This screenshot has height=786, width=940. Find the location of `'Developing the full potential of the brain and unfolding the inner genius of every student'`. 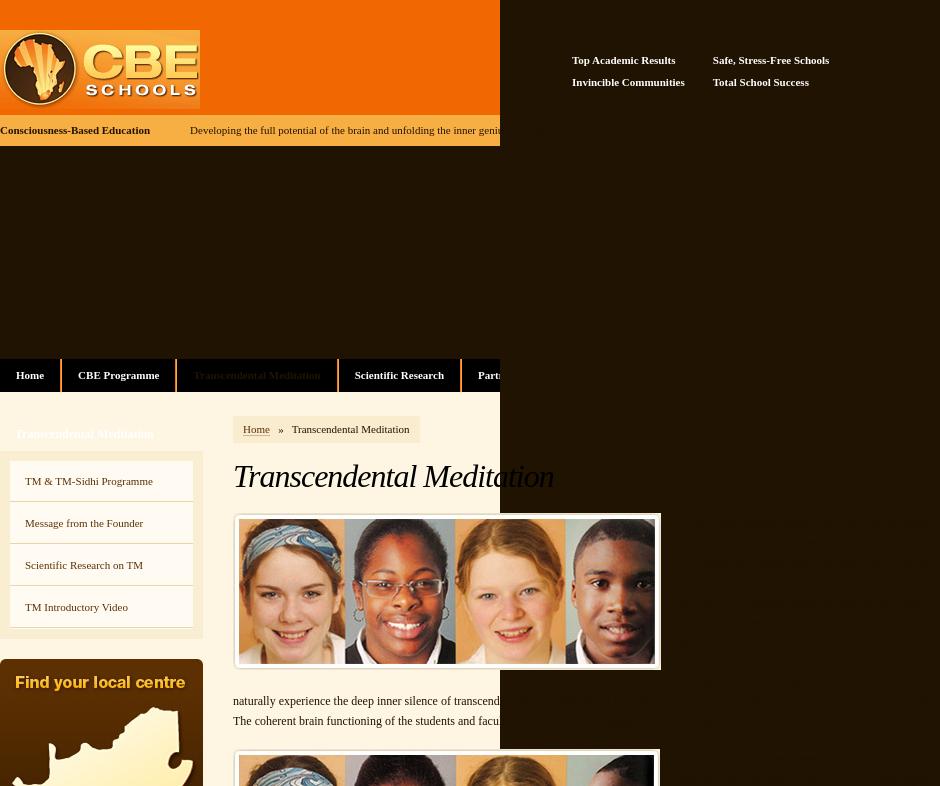

'Developing the full potential of the brain and unfolding the inner genius of every student' is located at coordinates (384, 129).